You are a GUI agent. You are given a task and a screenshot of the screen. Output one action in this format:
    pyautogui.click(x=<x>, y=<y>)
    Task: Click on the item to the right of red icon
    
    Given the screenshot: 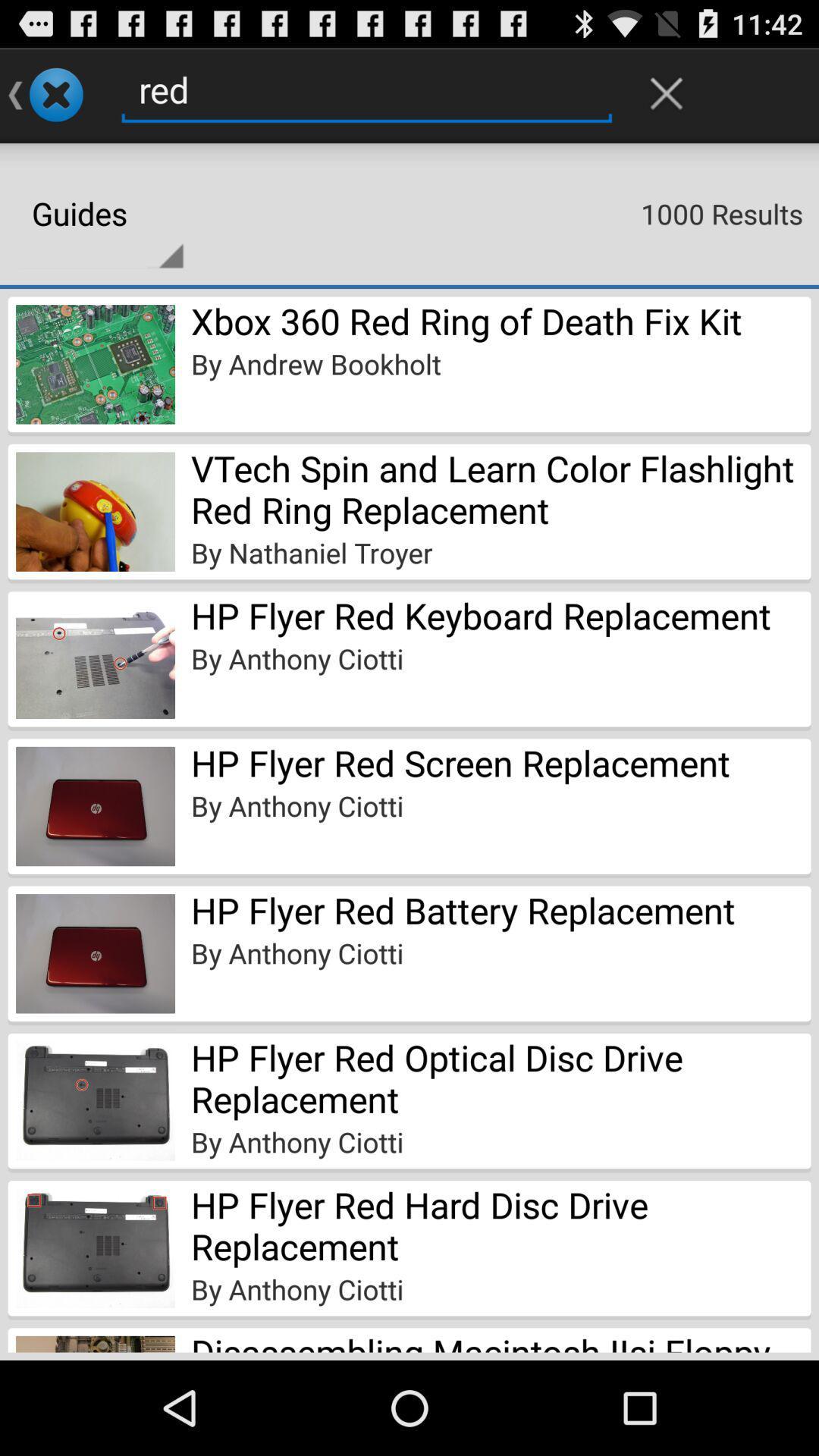 What is the action you would take?
    pyautogui.click(x=666, y=93)
    